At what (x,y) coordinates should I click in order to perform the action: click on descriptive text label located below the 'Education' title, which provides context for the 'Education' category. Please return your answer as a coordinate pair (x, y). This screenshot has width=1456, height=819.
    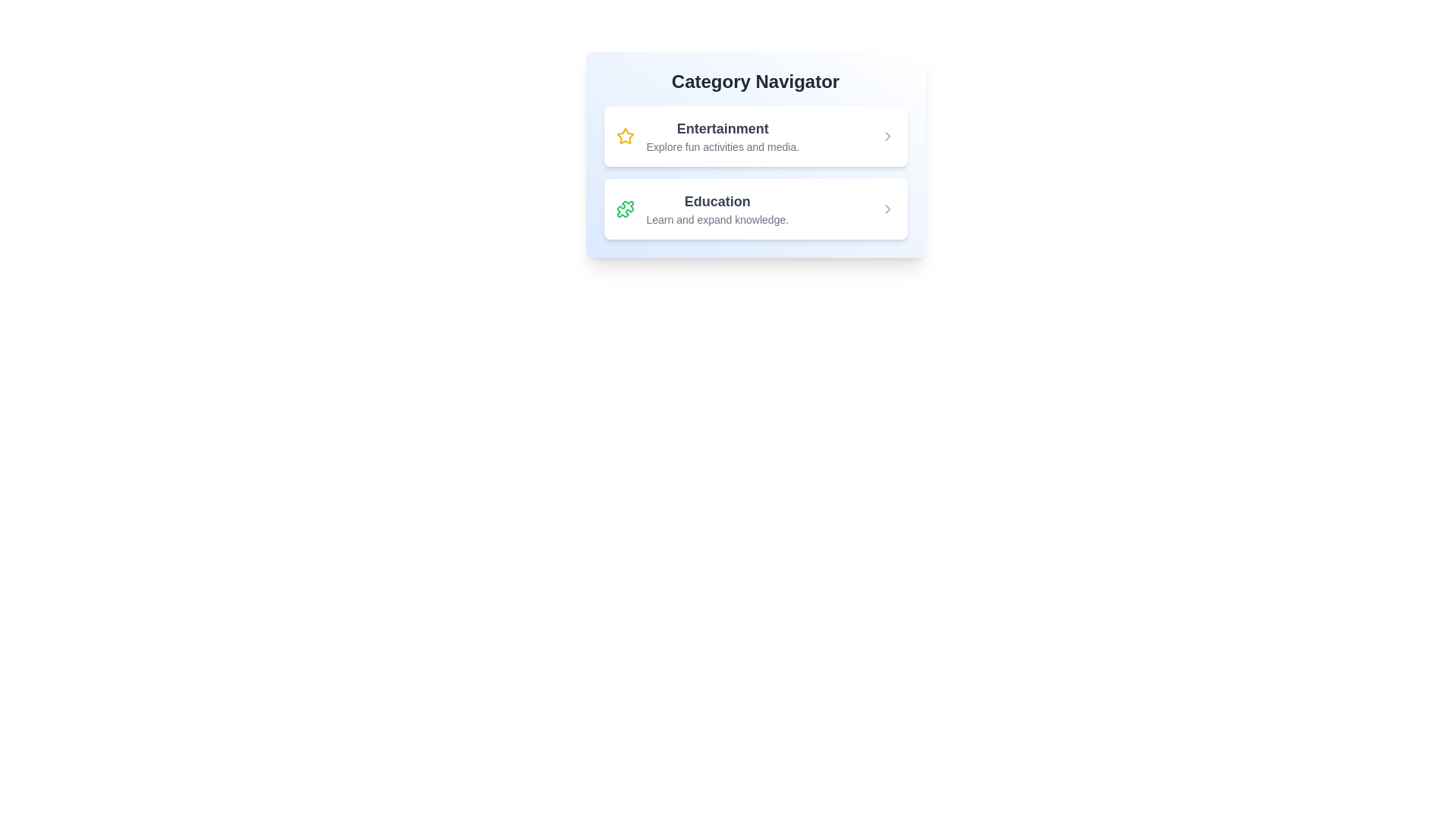
    Looking at the image, I should click on (717, 219).